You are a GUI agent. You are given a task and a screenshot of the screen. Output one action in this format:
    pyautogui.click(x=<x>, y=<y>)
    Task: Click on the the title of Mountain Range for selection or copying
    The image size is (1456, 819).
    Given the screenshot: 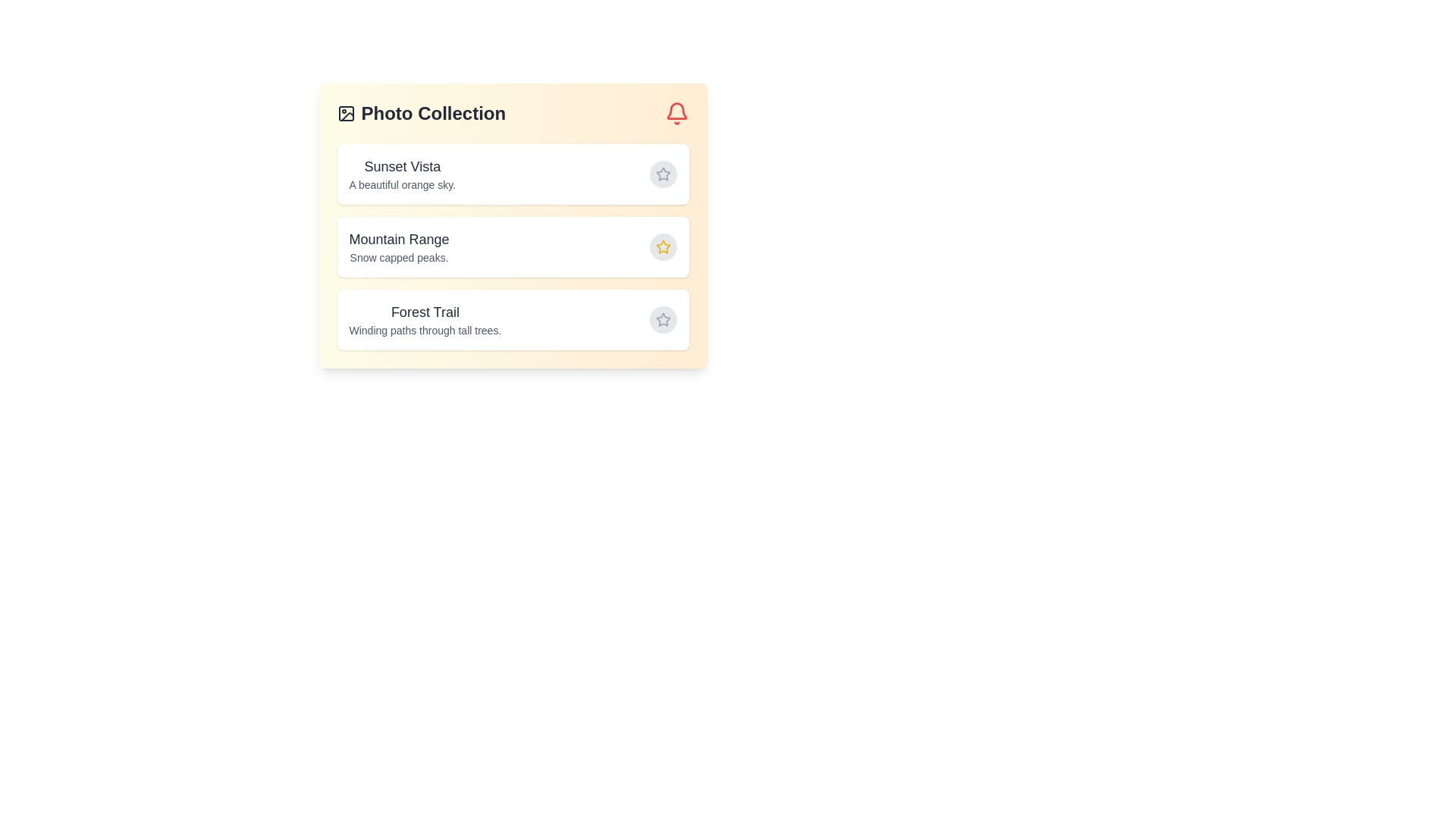 What is the action you would take?
    pyautogui.click(x=399, y=239)
    